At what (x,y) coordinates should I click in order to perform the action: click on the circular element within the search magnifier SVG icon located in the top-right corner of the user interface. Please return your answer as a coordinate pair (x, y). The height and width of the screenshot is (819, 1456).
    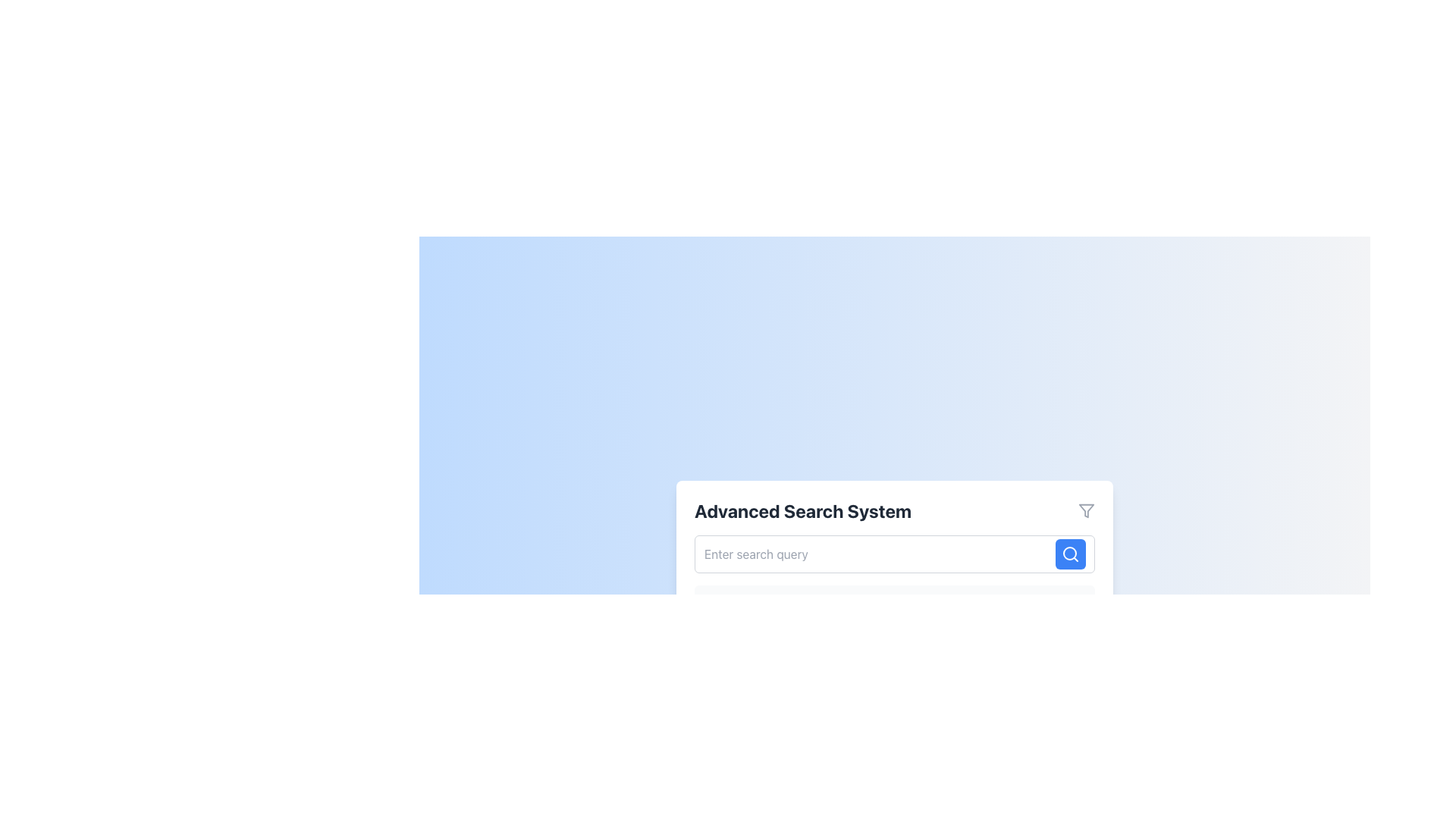
    Looking at the image, I should click on (1069, 553).